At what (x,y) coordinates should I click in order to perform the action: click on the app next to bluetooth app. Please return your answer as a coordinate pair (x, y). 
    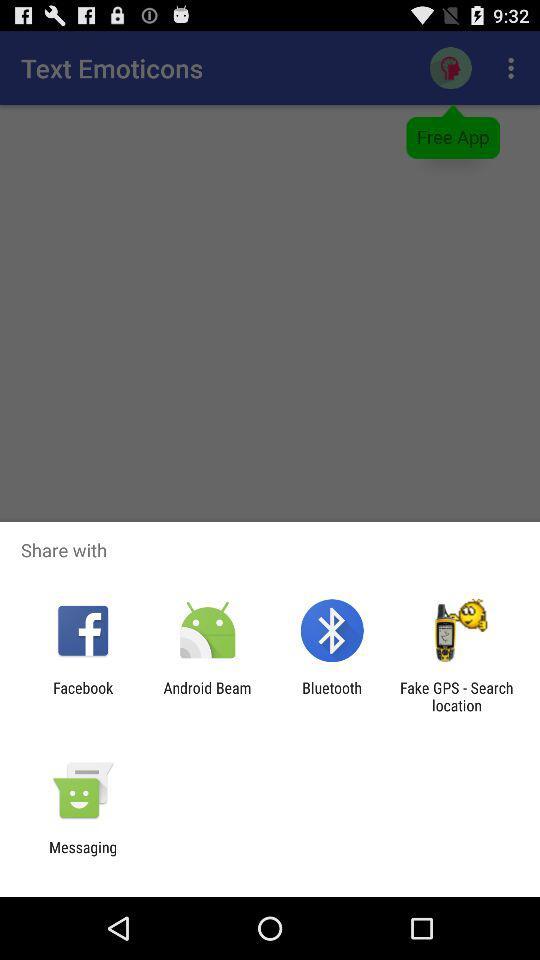
    Looking at the image, I should click on (456, 696).